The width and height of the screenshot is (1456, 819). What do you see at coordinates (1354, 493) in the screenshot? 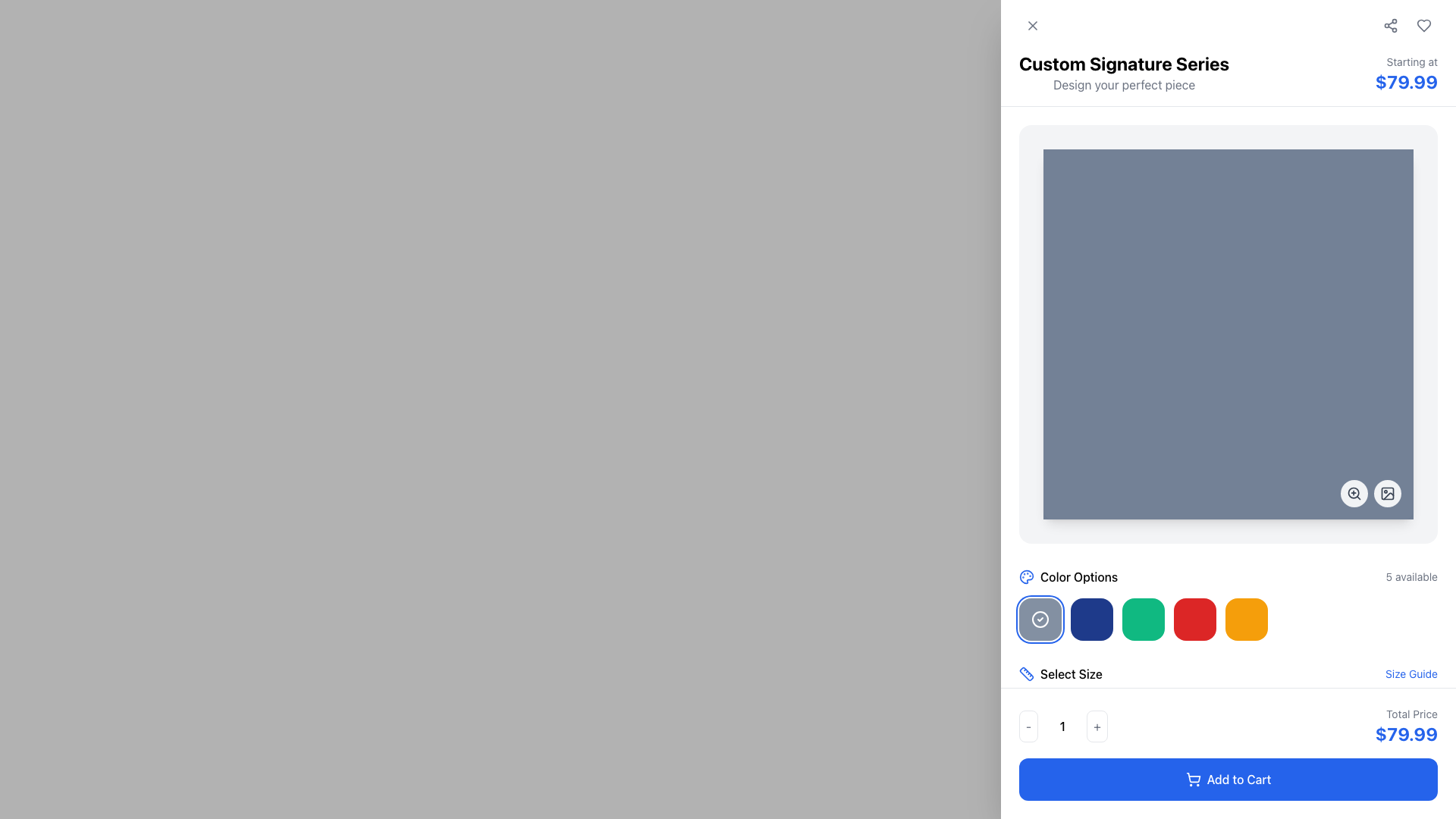
I see `the SVG circle at the bottom-right corner of the main interactive area, which represents the 'zoom-in' functionality` at bounding box center [1354, 493].